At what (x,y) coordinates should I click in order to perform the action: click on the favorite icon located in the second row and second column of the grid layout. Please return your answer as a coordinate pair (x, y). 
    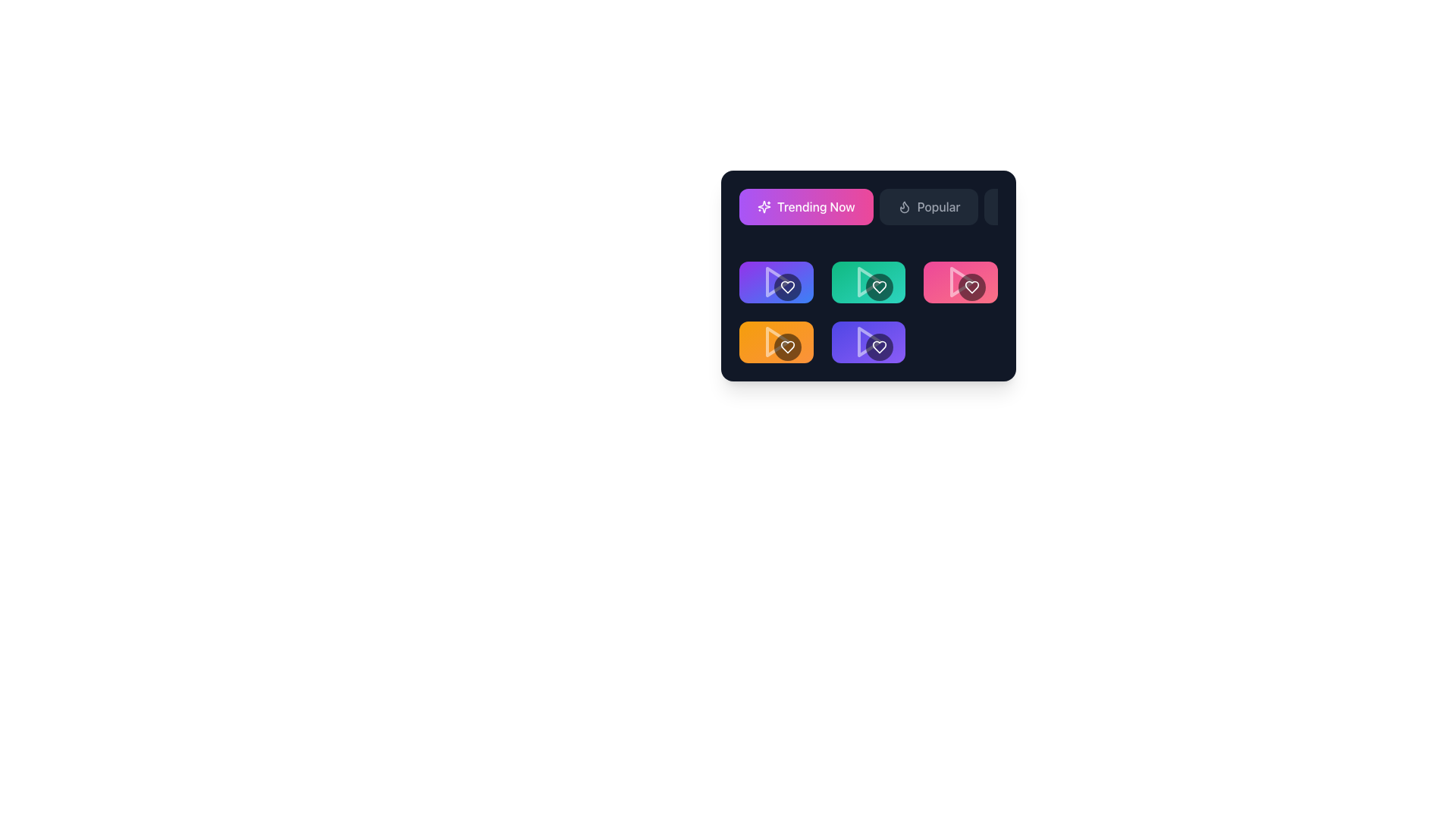
    Looking at the image, I should click on (880, 287).